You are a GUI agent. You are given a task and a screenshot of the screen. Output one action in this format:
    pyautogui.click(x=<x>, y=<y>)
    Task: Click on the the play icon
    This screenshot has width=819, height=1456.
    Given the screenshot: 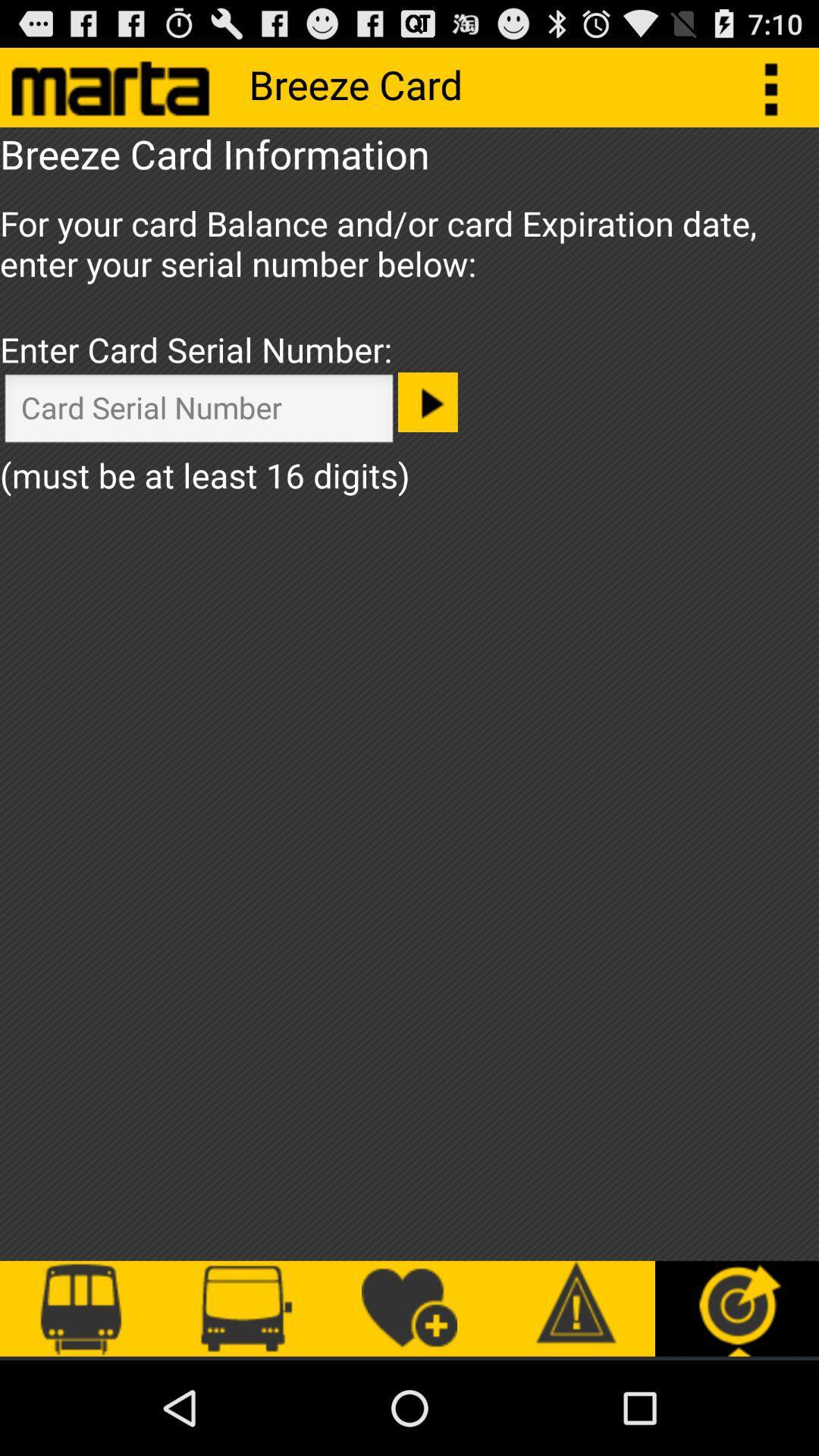 What is the action you would take?
    pyautogui.click(x=428, y=429)
    